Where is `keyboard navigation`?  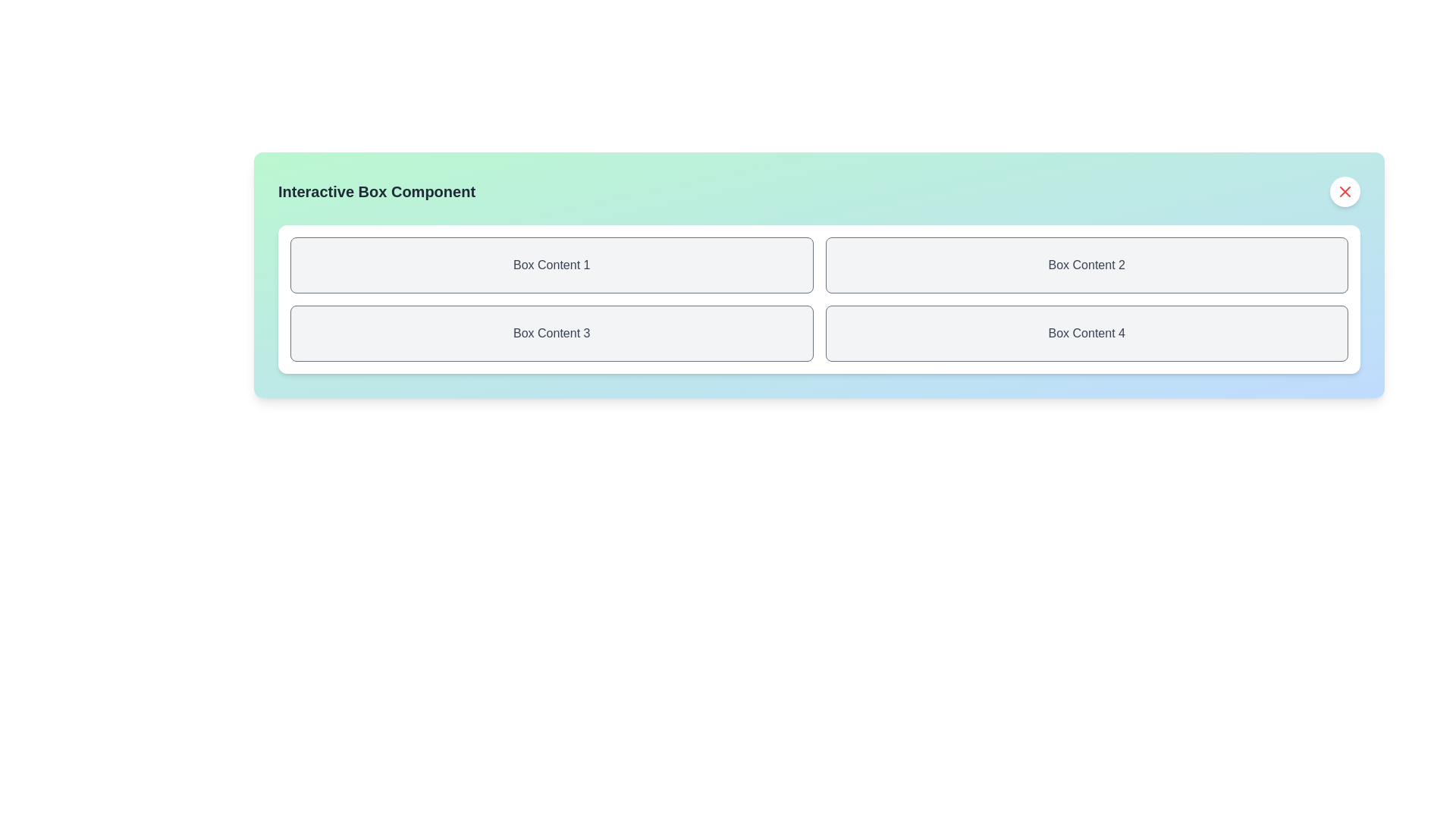 keyboard navigation is located at coordinates (1086, 265).